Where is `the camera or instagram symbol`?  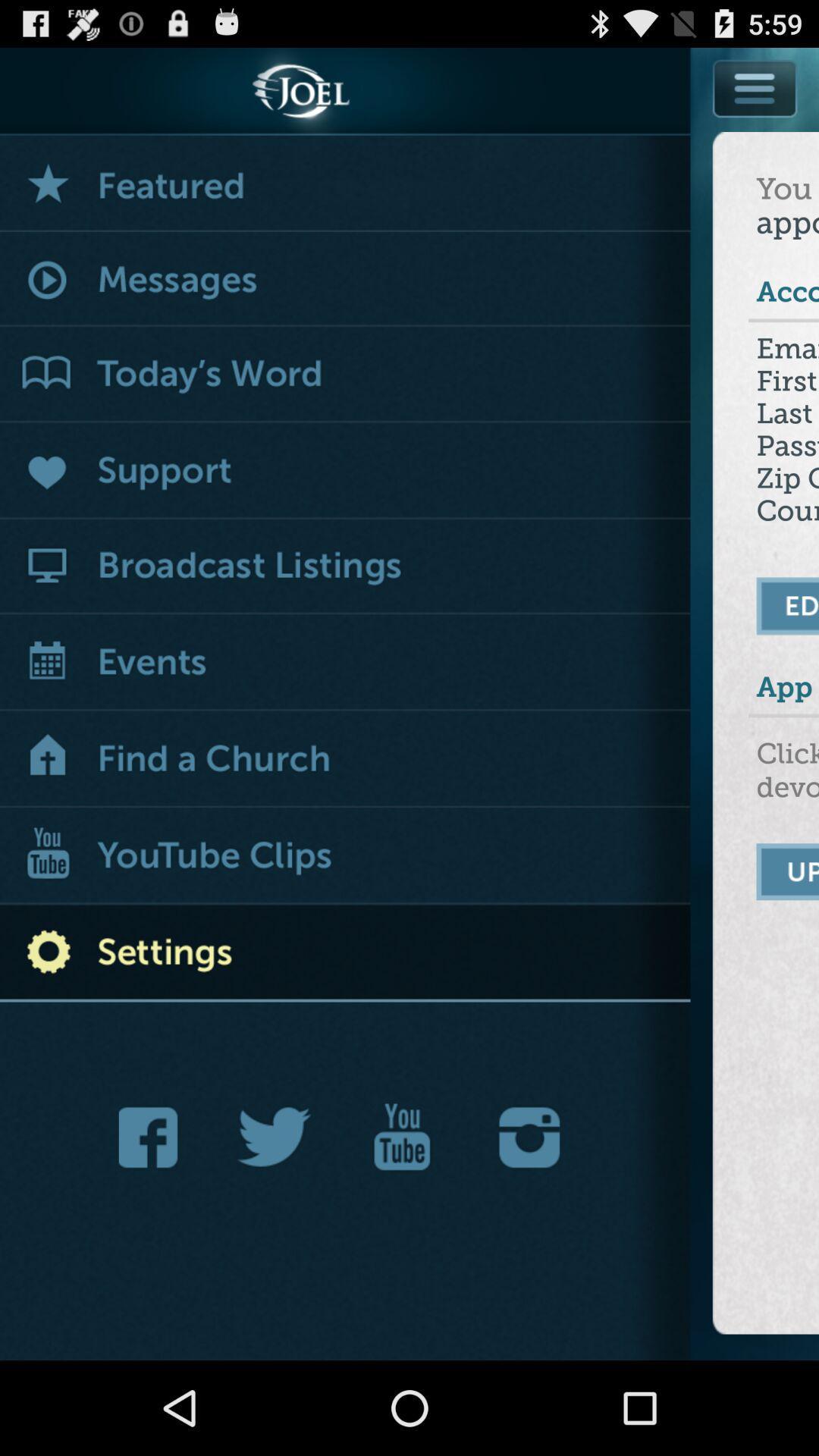
the camera or instagram symbol is located at coordinates (529, 1137).